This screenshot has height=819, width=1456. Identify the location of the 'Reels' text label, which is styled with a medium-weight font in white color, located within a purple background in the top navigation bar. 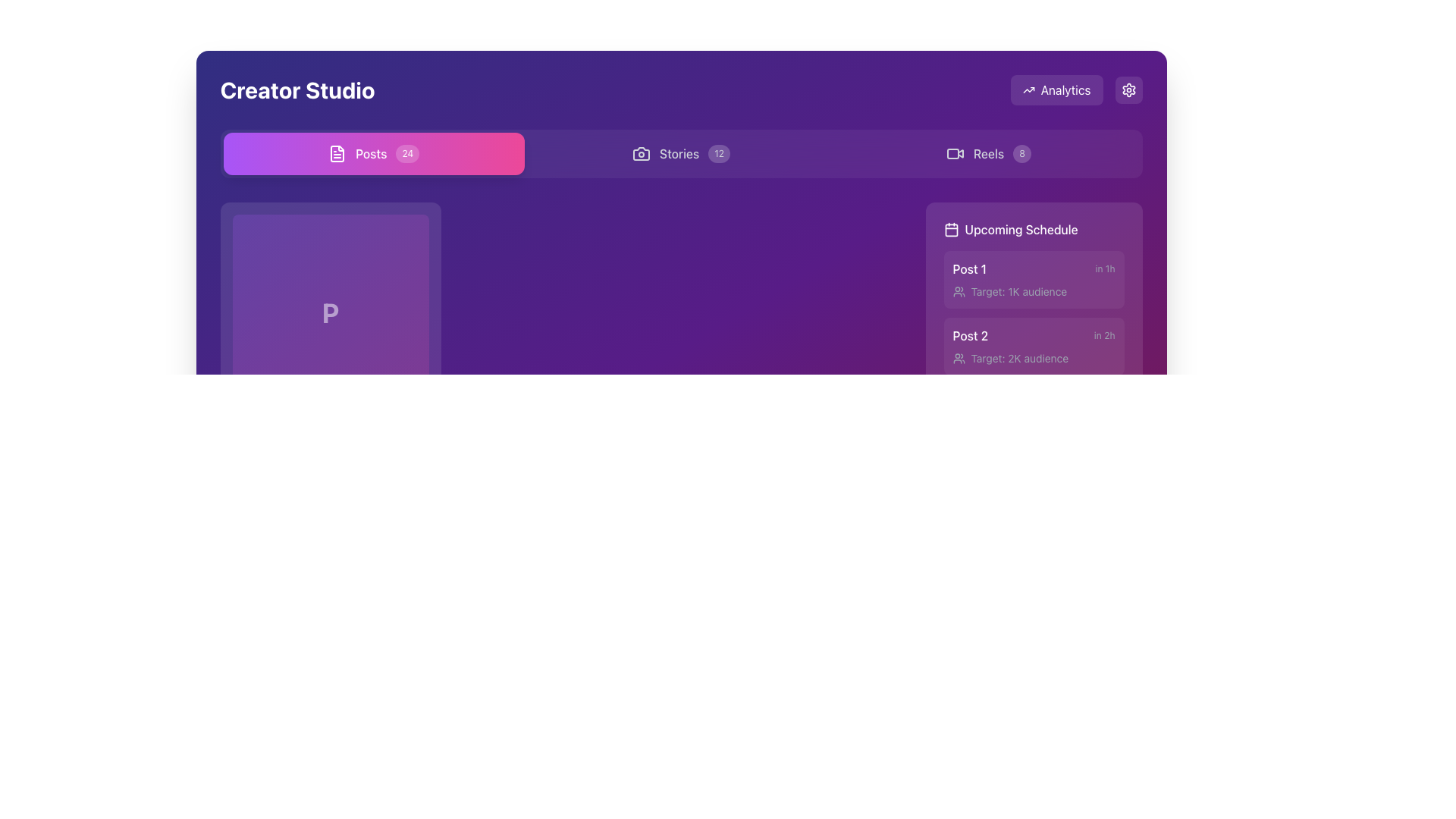
(989, 154).